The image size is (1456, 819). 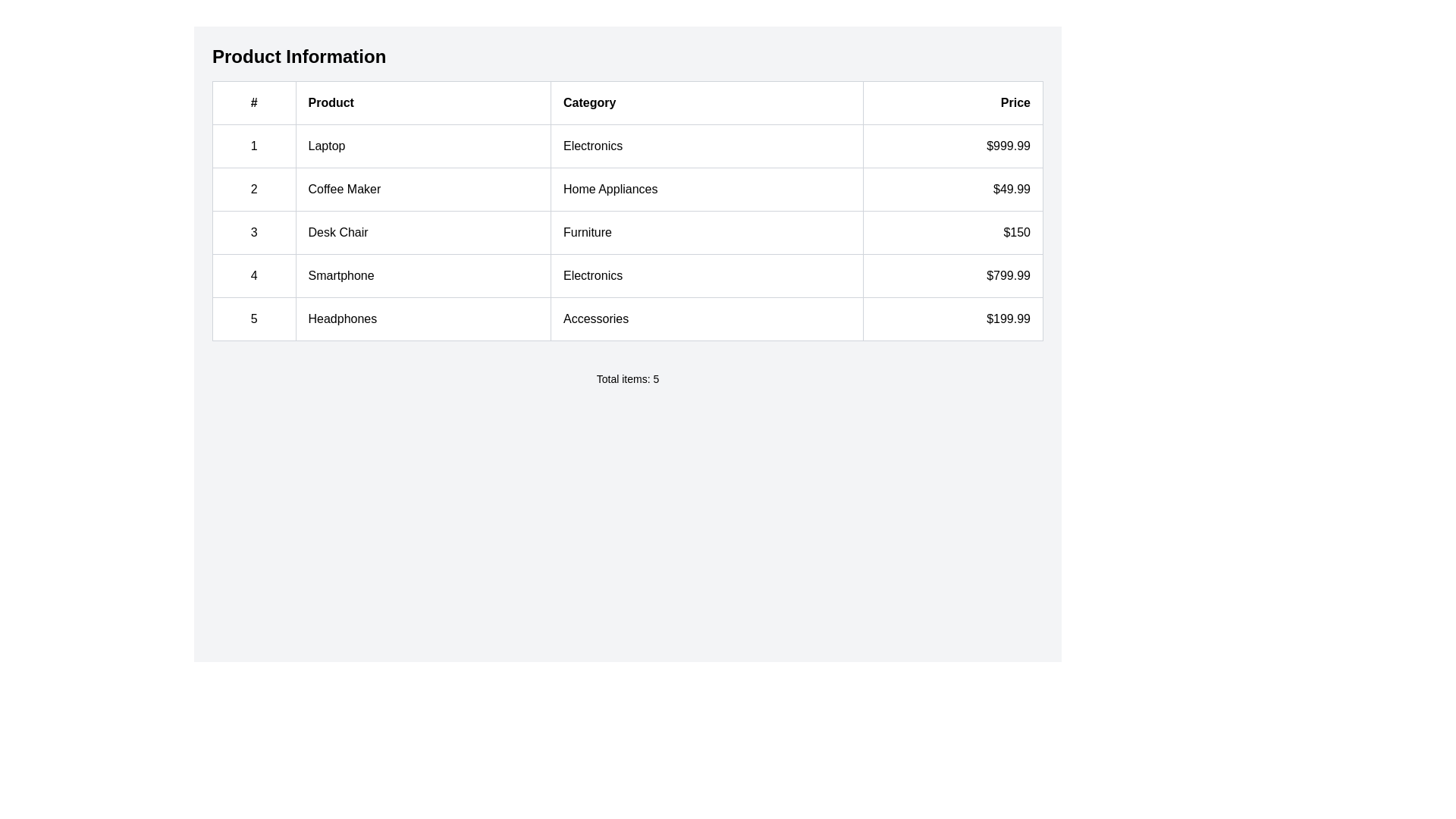 I want to click on the first row of the product information table that displays detailed product information including serial number, name, category, and price, so click(x=628, y=146).